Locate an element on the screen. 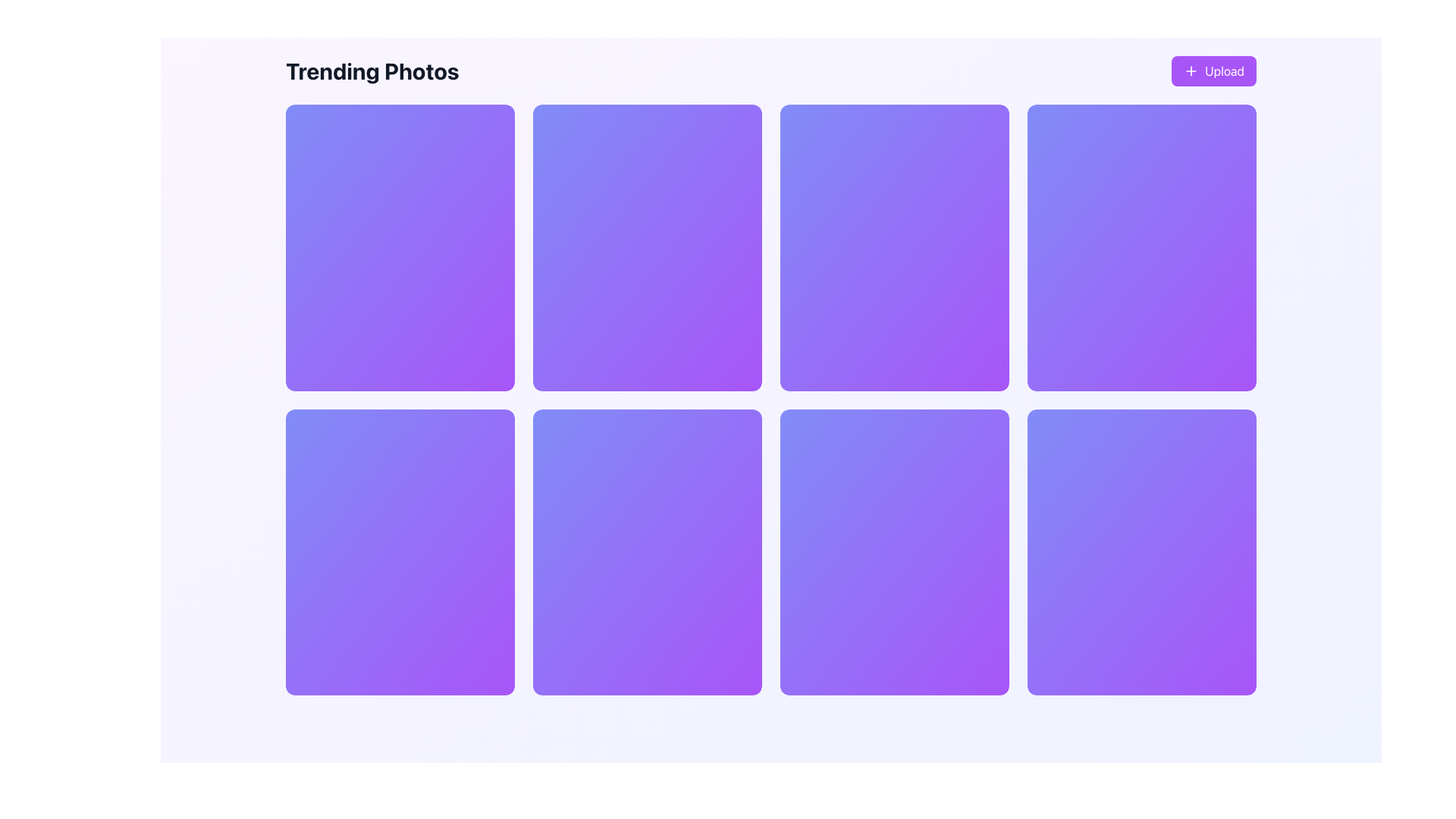 The width and height of the screenshot is (1456, 819). the circular graphical element that is styled in SVG format, located in the bottom-right cell of the grid layout is located at coordinates (1232, 433).